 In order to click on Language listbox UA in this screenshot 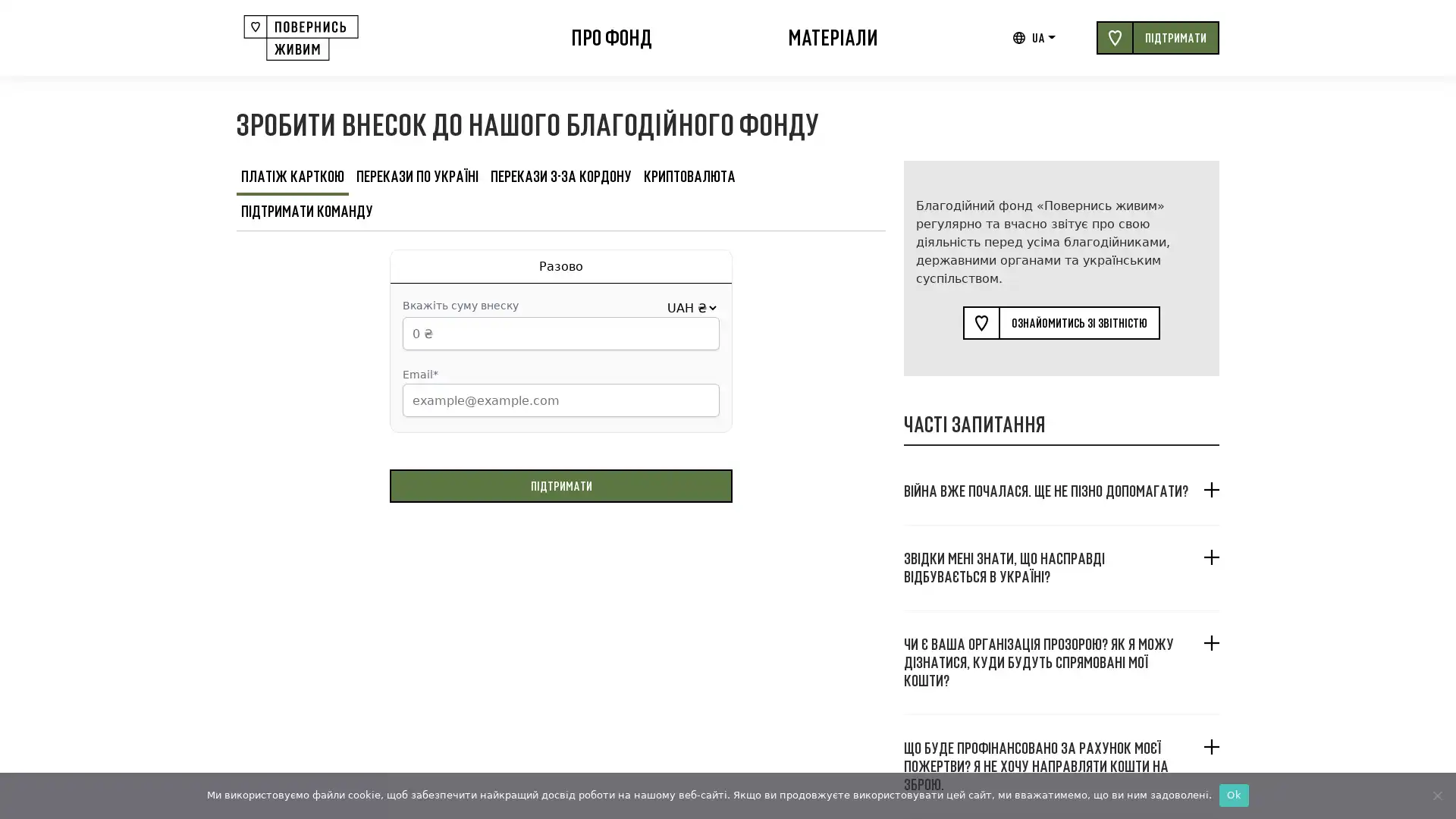, I will do `click(1043, 37)`.